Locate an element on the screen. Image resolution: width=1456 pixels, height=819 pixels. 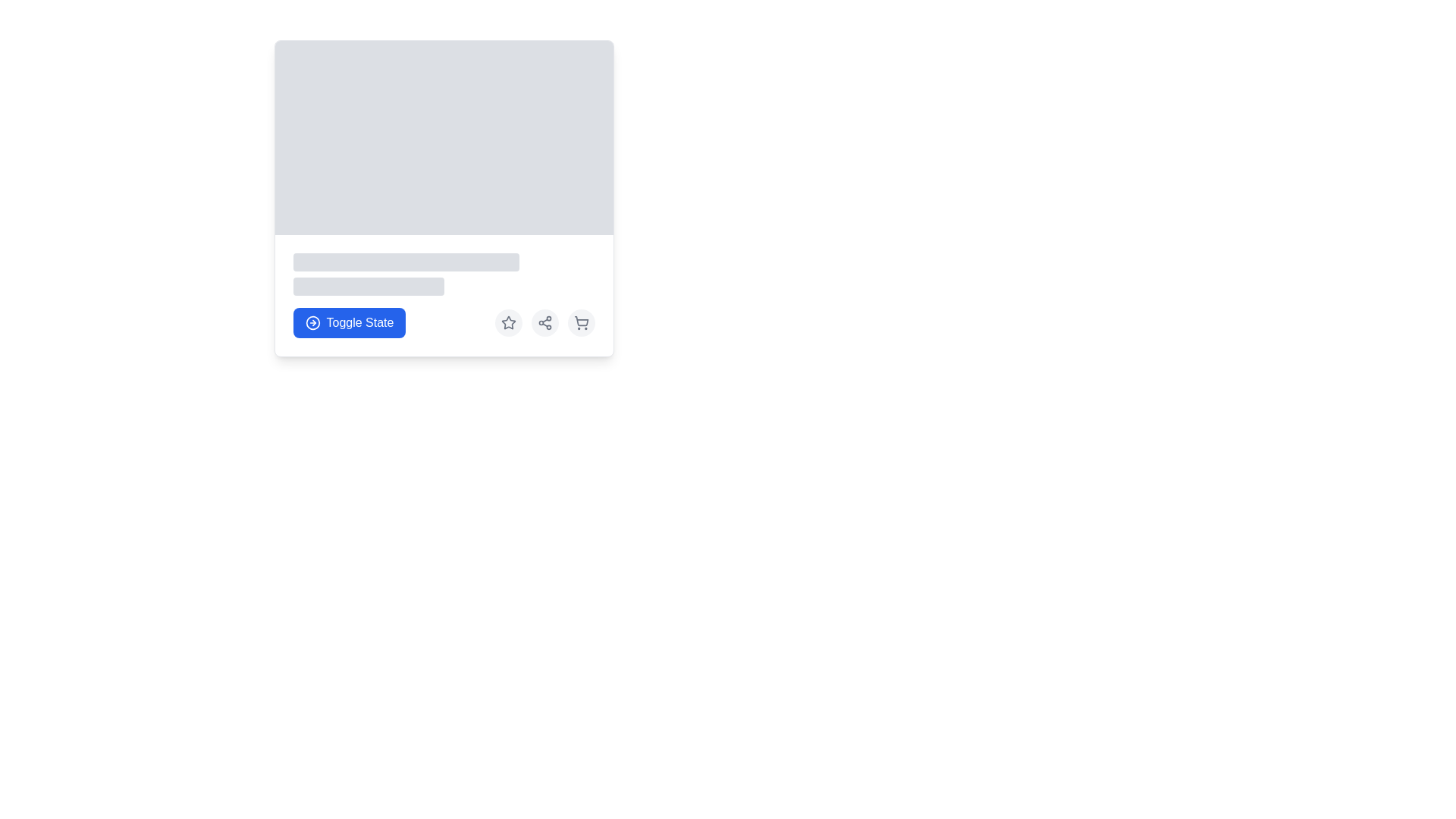
the Star icon located at the bottom section of the user interface, right of the 'Toggle State' button, which serves as a visual indicator for favoriting or rating is located at coordinates (508, 322).